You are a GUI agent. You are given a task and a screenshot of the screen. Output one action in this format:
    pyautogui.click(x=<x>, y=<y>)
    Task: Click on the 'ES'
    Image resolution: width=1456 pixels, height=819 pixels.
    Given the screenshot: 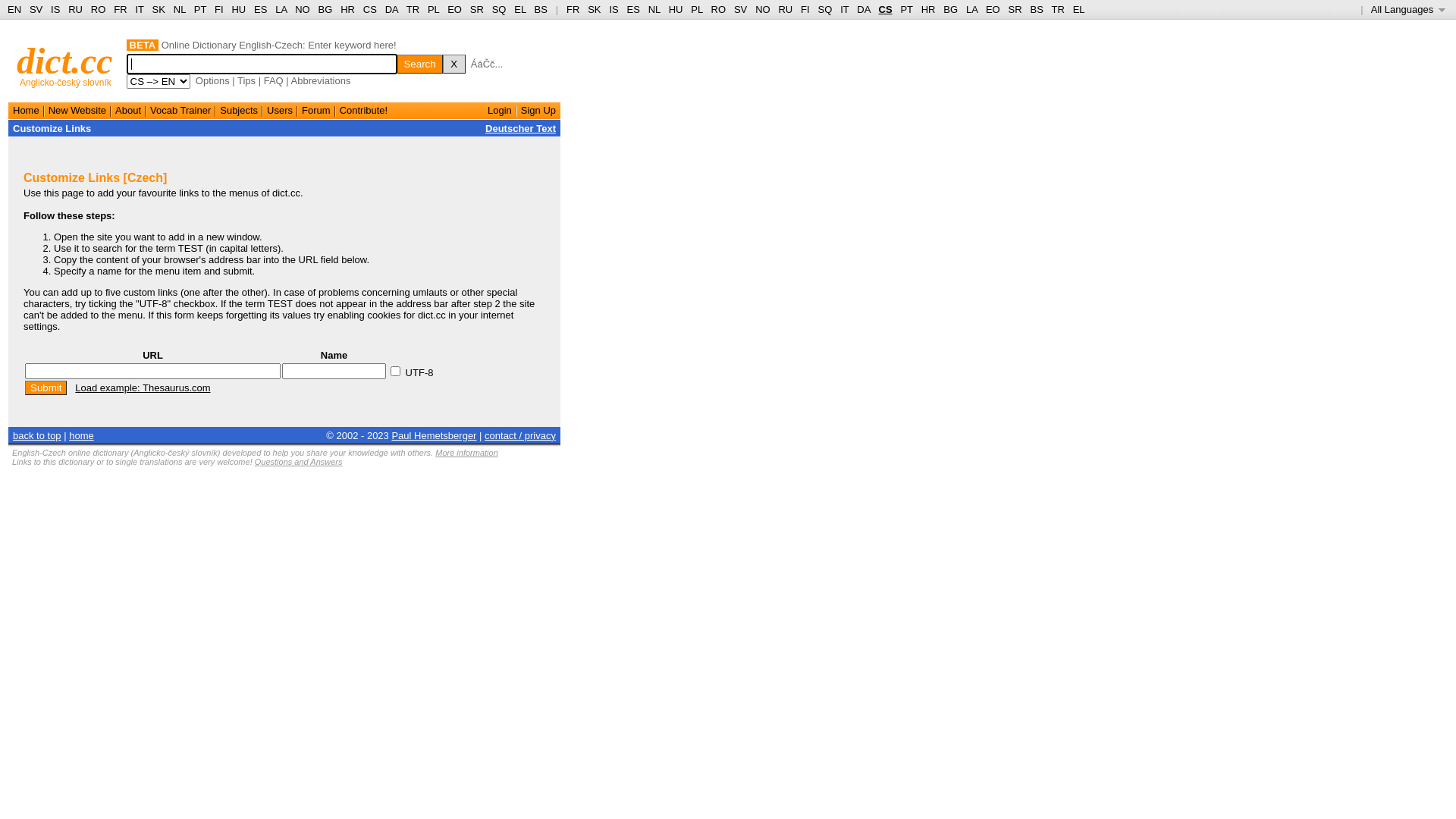 What is the action you would take?
    pyautogui.click(x=633, y=9)
    